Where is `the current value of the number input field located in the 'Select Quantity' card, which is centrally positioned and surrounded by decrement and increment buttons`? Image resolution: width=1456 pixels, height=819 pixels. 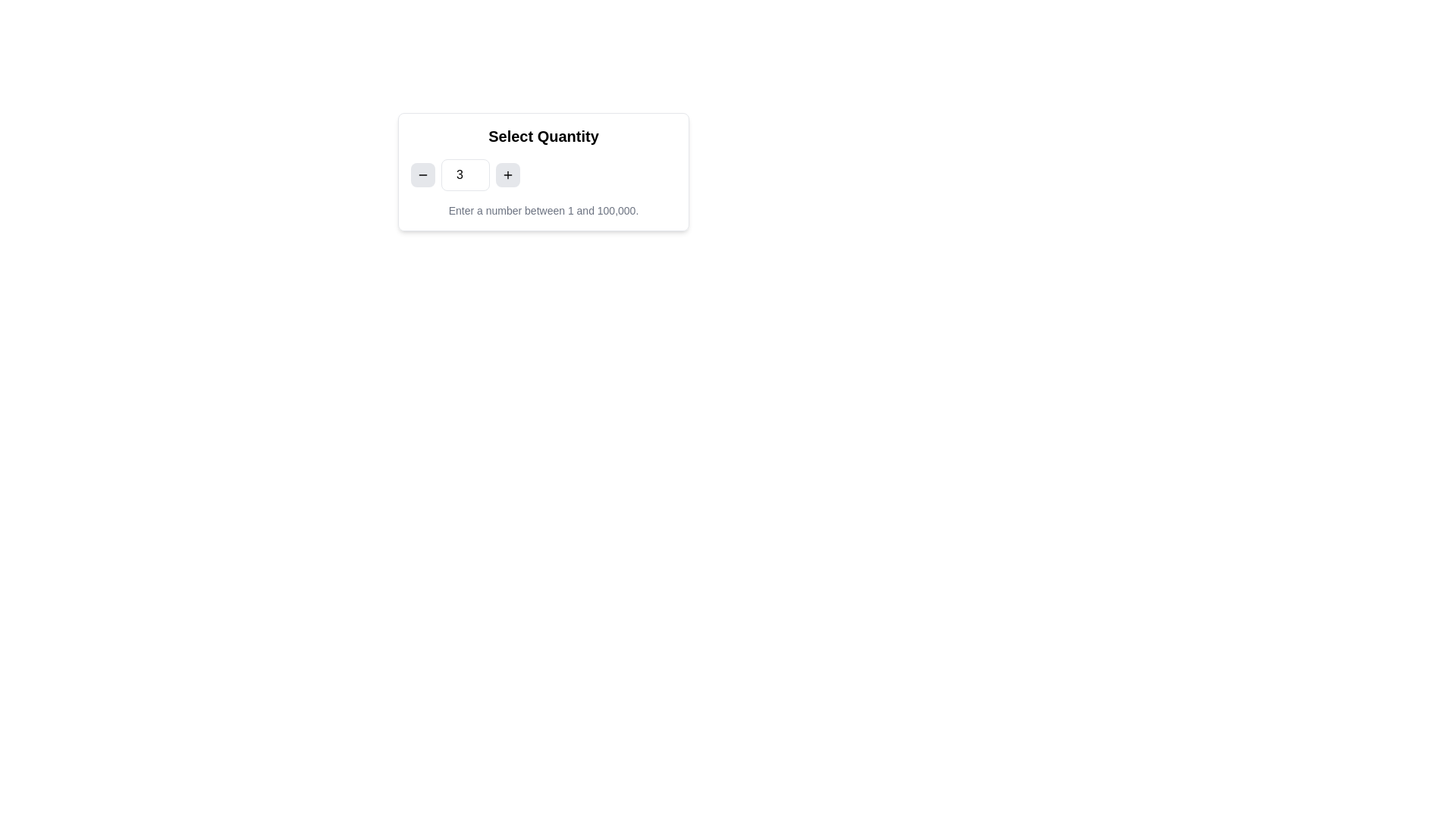
the current value of the number input field located in the 'Select Quantity' card, which is centrally positioned and surrounded by decrement and increment buttons is located at coordinates (543, 174).